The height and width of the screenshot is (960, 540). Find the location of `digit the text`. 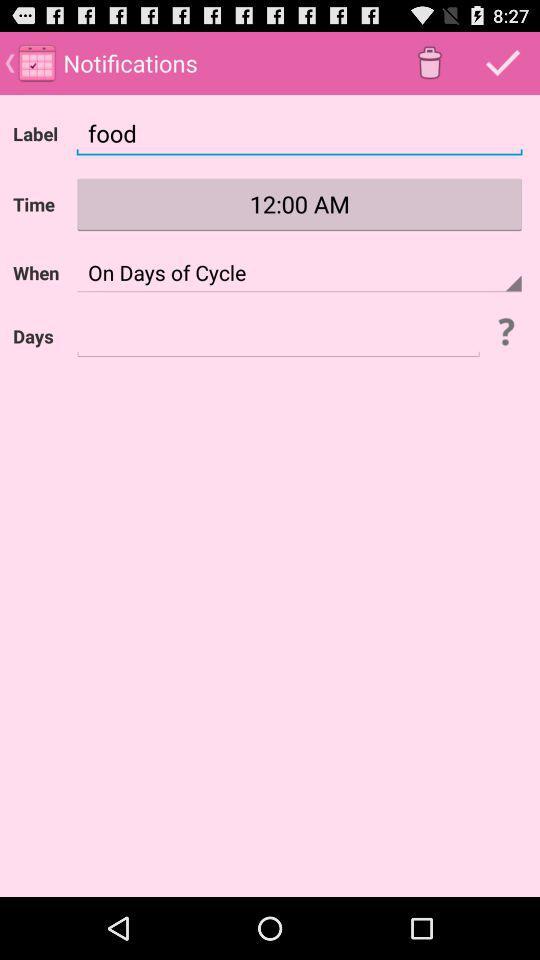

digit the text is located at coordinates (277, 336).